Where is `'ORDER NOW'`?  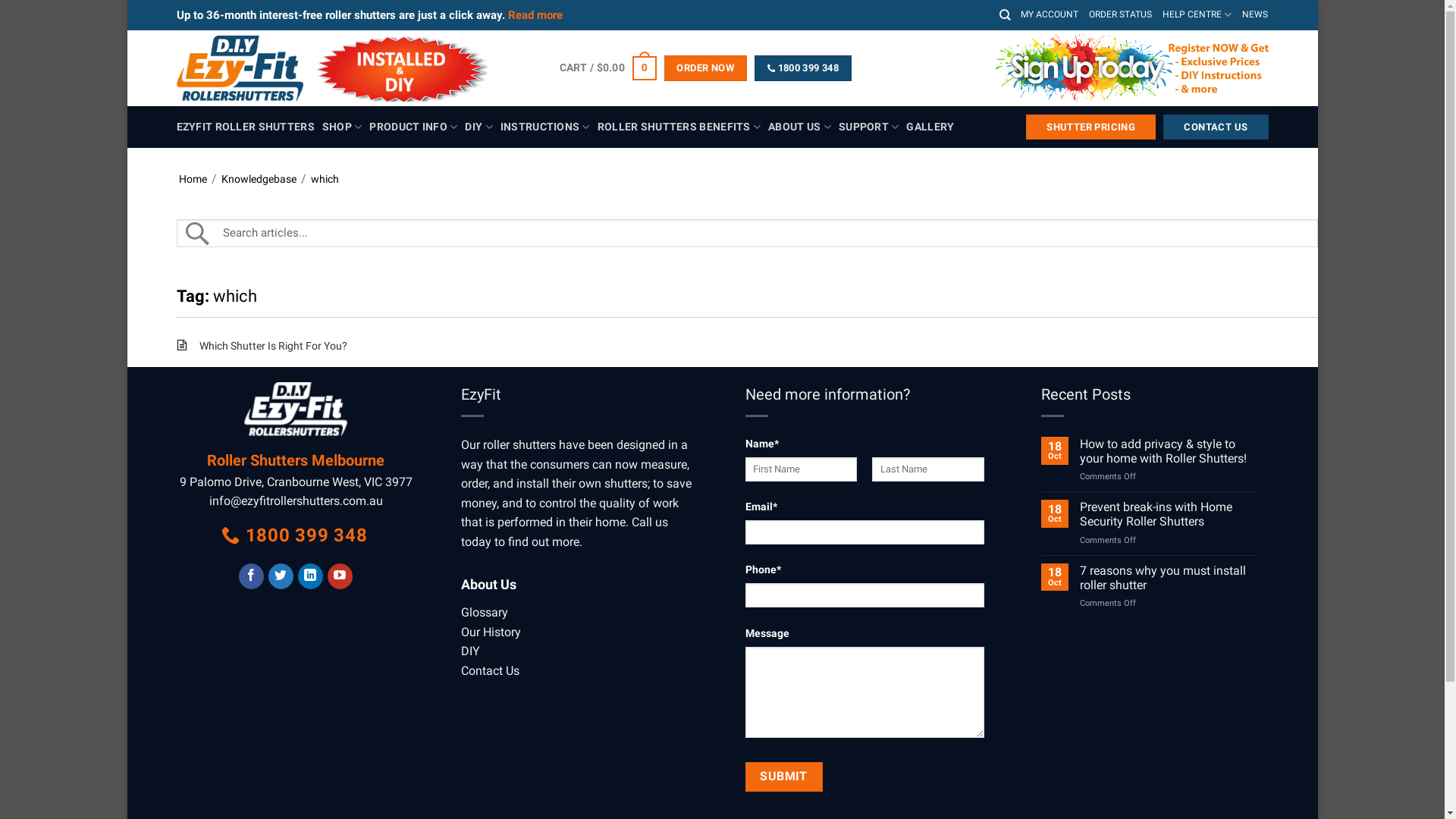
'ORDER NOW' is located at coordinates (704, 67).